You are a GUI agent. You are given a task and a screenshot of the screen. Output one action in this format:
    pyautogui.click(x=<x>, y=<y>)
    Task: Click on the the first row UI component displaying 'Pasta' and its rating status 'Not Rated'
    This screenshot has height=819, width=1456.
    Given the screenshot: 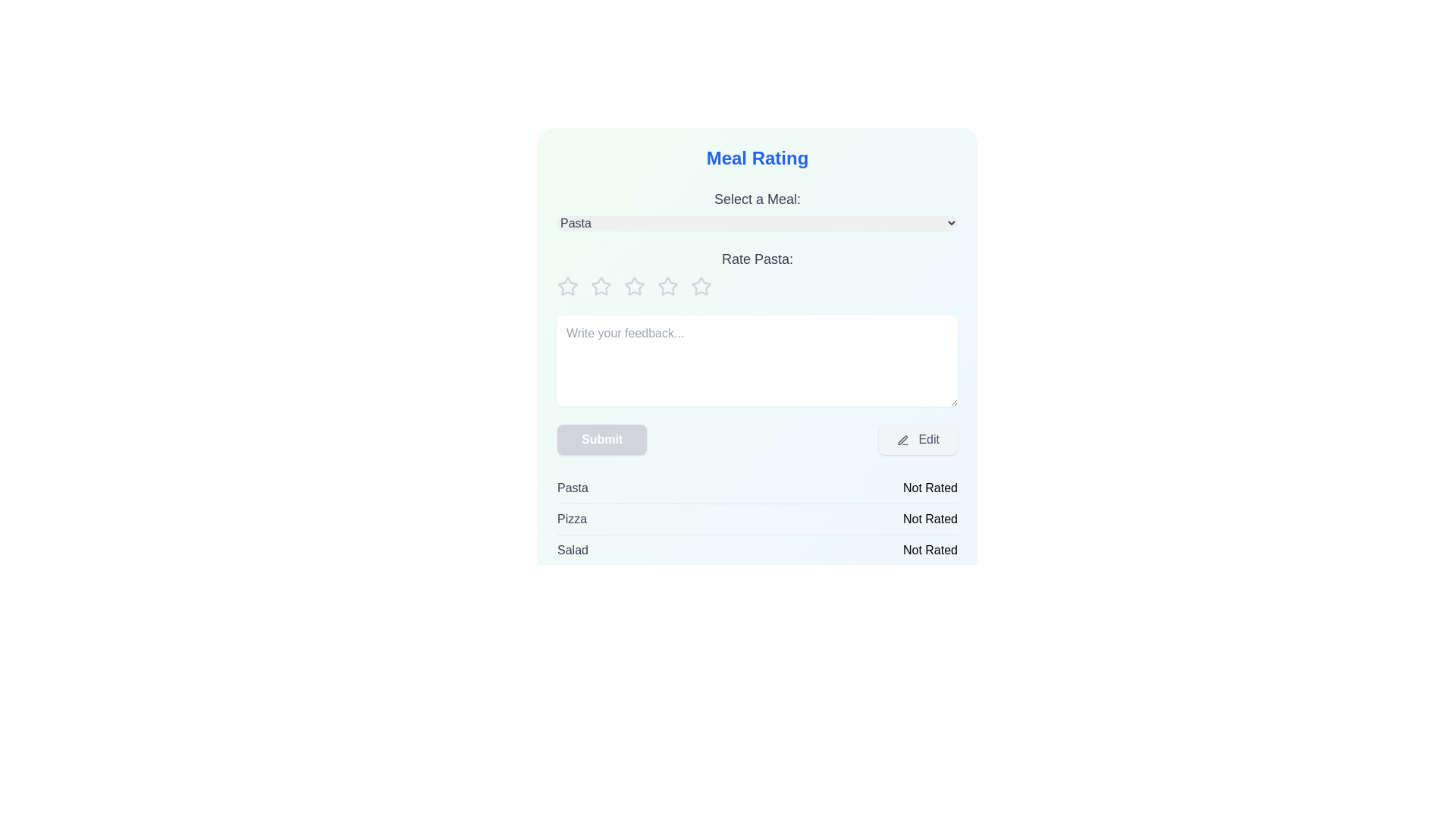 What is the action you would take?
    pyautogui.click(x=757, y=488)
    